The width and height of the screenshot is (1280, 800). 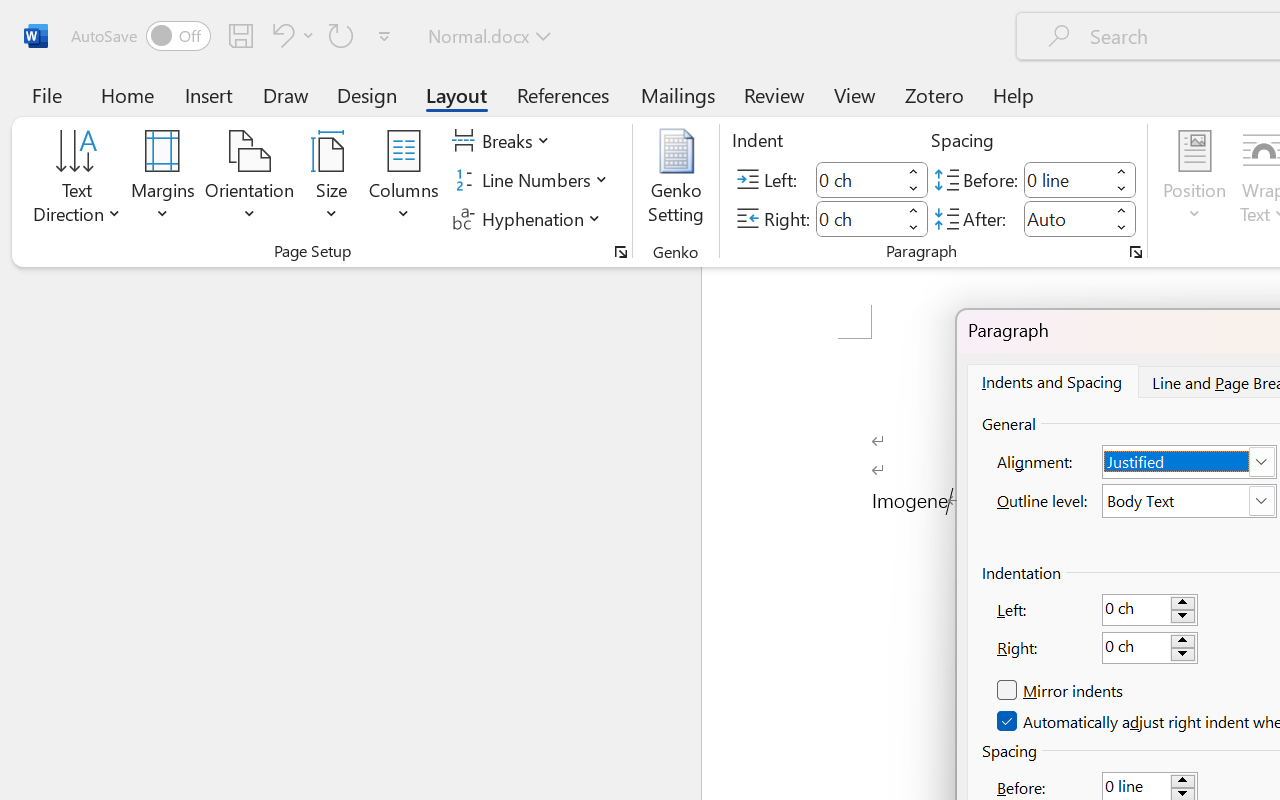 What do you see at coordinates (858, 218) in the screenshot?
I see `'Indent Right'` at bounding box center [858, 218].